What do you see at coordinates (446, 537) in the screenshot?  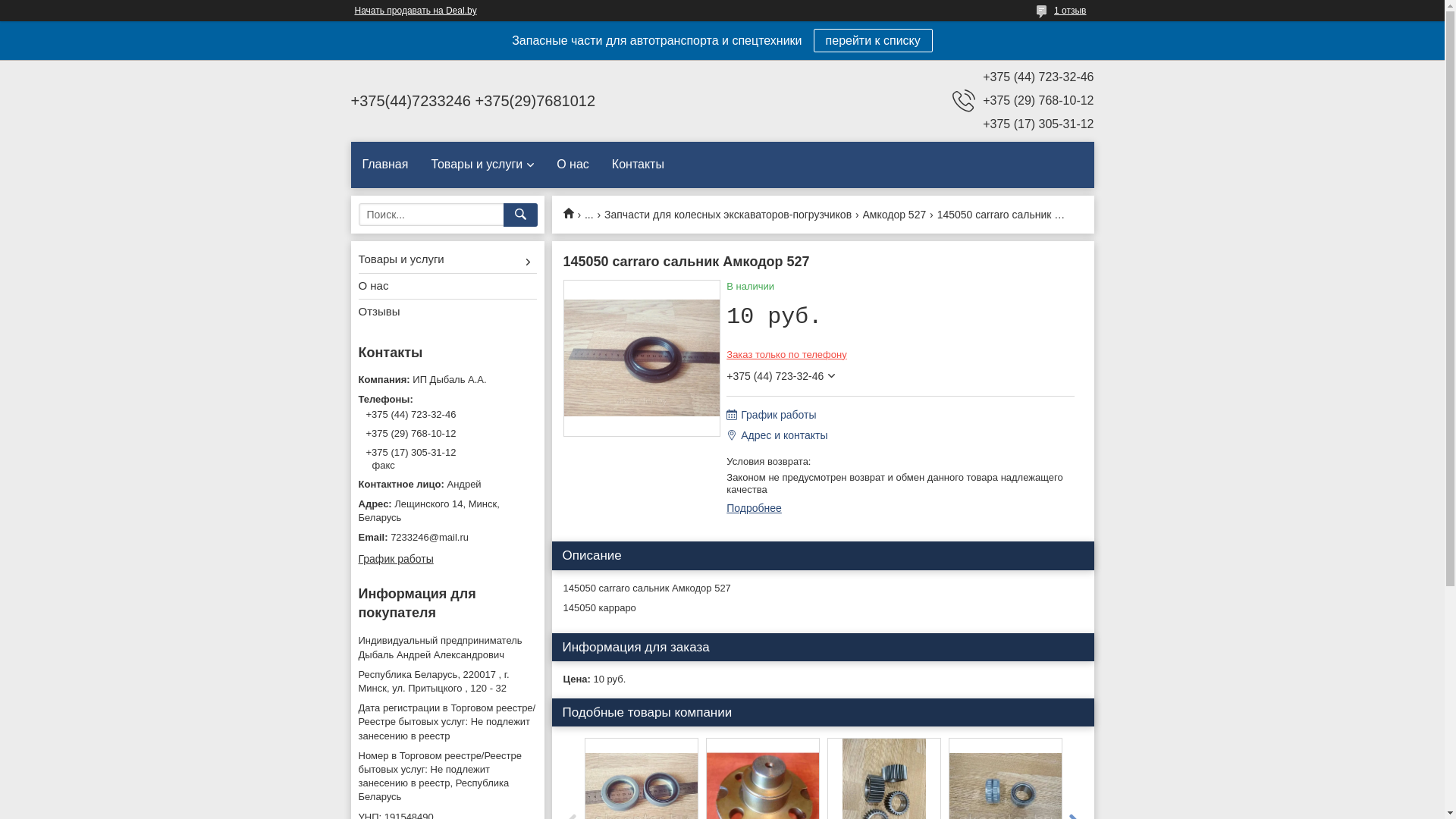 I see `'7233246@mail.ru'` at bounding box center [446, 537].